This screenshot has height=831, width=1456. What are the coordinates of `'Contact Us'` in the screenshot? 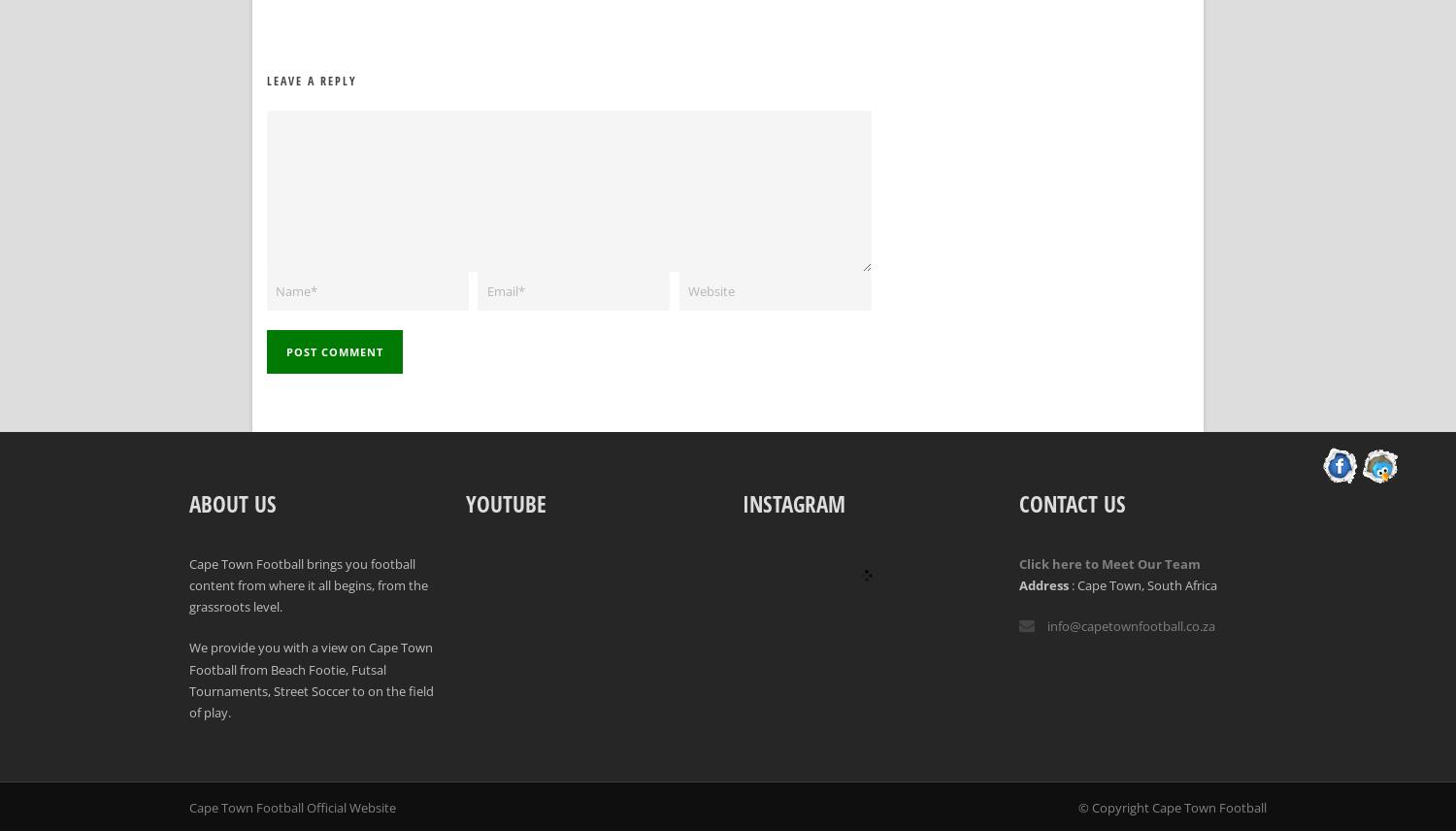 It's located at (1072, 503).